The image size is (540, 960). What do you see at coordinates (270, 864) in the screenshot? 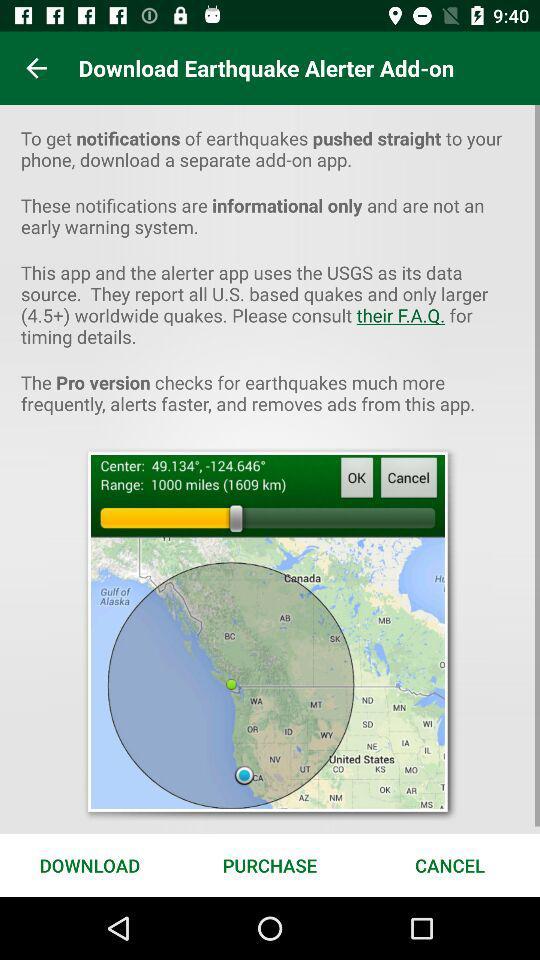
I see `the icon to the right of download icon` at bounding box center [270, 864].